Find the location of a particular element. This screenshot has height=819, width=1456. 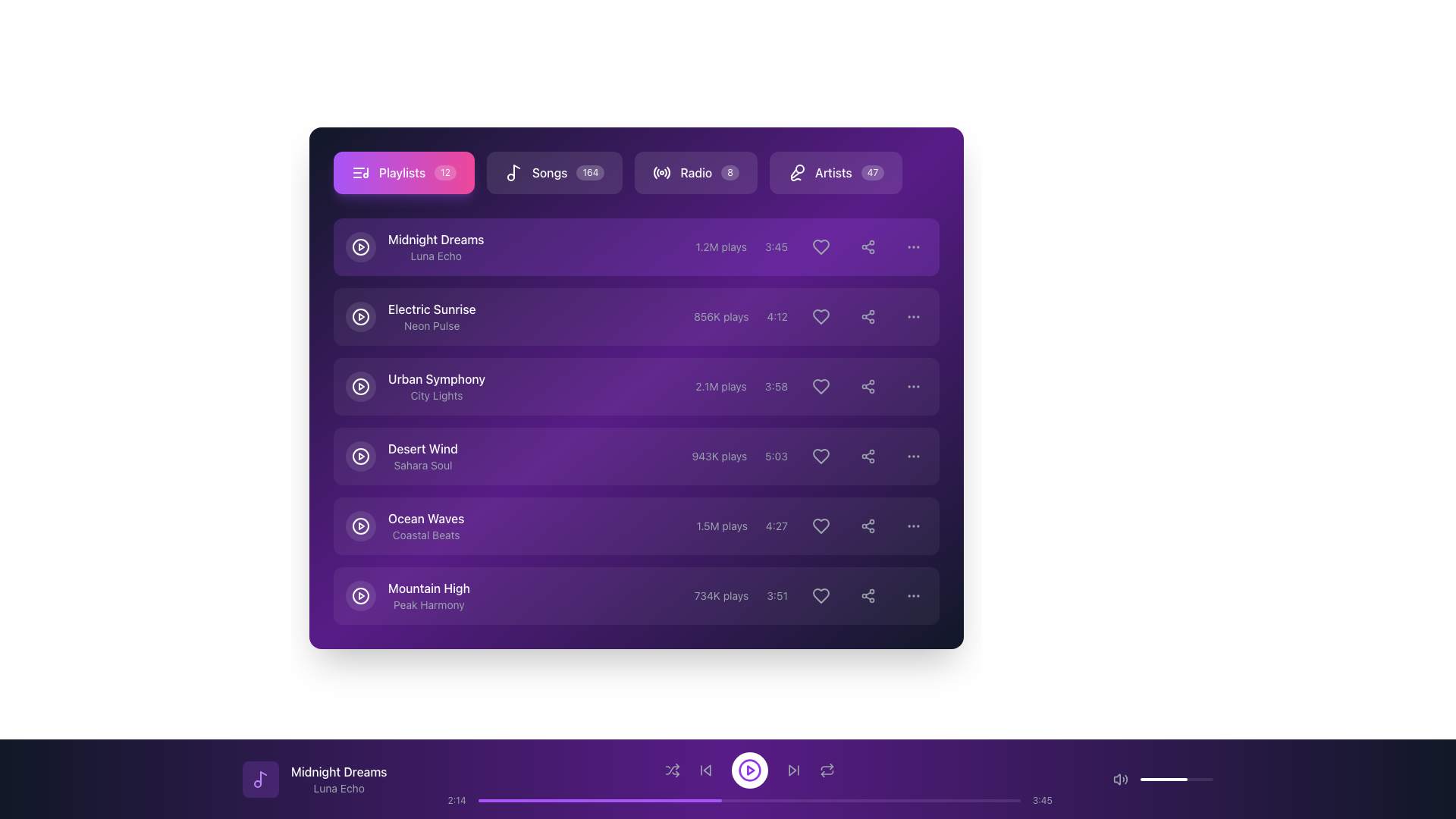

progress is located at coordinates (613, 800).